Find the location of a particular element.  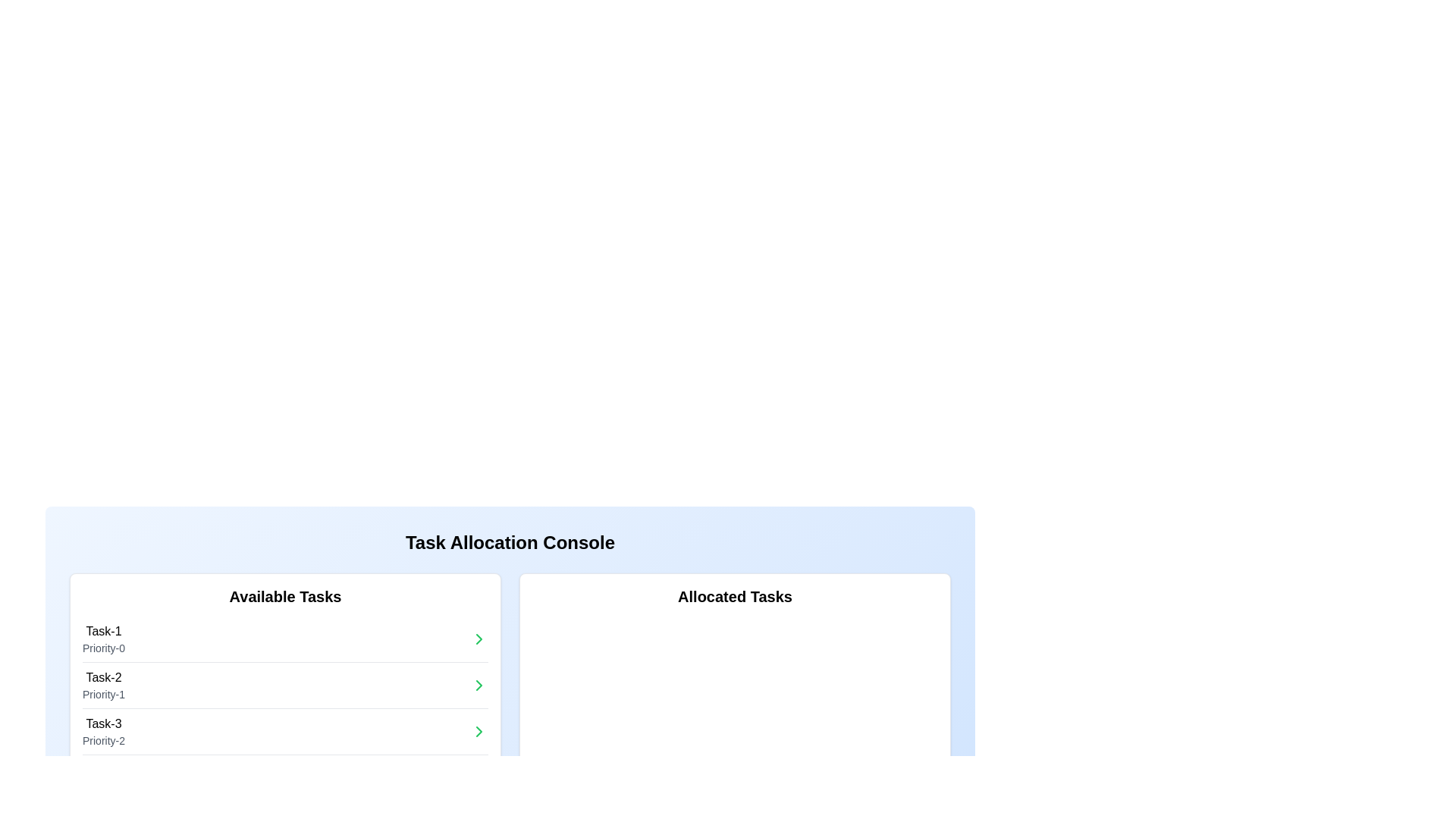

the text label displaying 'Priority-2', which is styled in a small gray font and located below 'Task-3' in the 'Available Tasks' list is located at coordinates (103, 739).